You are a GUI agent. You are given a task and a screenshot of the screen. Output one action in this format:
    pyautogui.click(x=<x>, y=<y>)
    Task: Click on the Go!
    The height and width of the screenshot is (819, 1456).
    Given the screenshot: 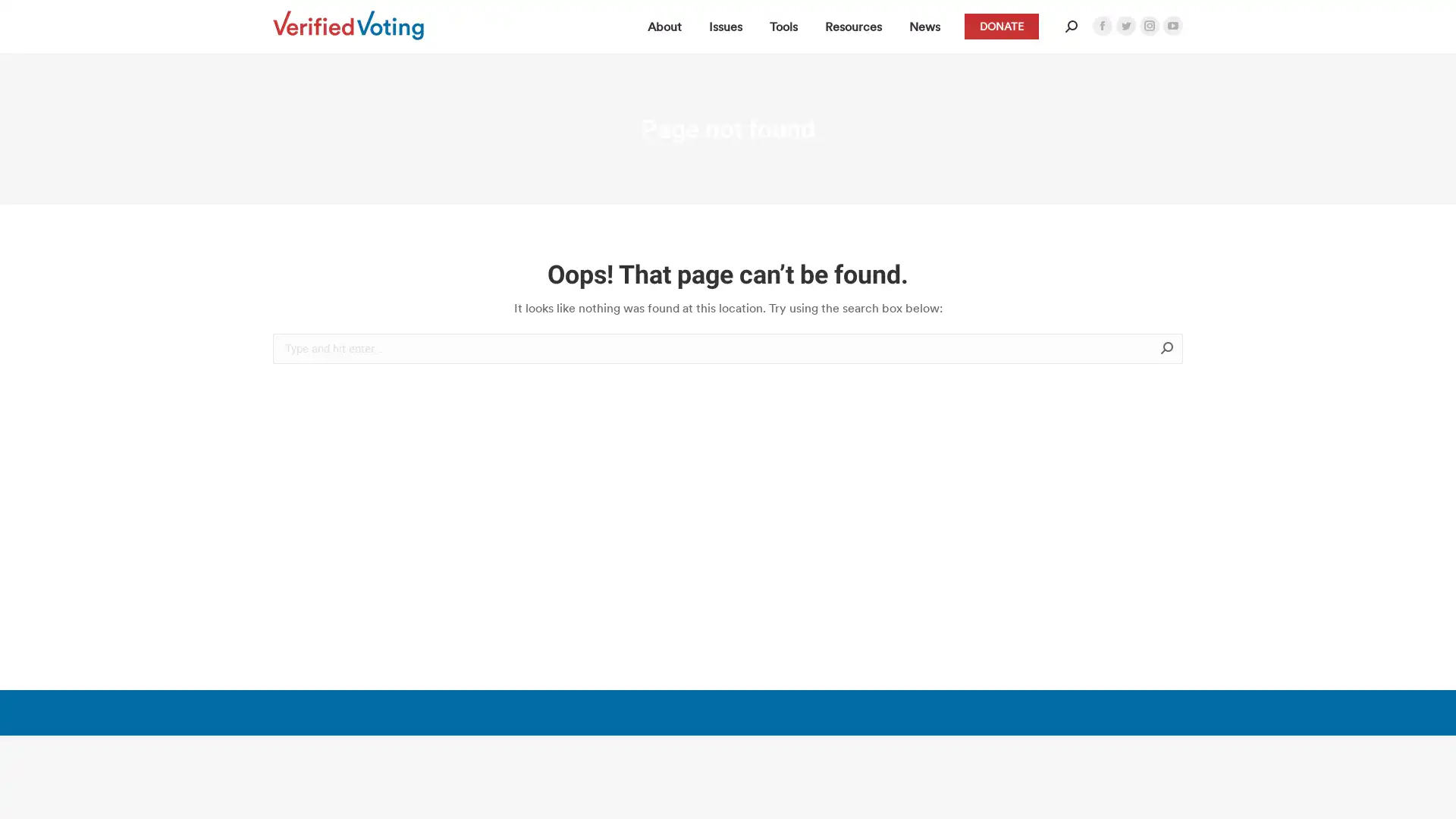 What is the action you would take?
    pyautogui.click(x=1205, y=350)
    